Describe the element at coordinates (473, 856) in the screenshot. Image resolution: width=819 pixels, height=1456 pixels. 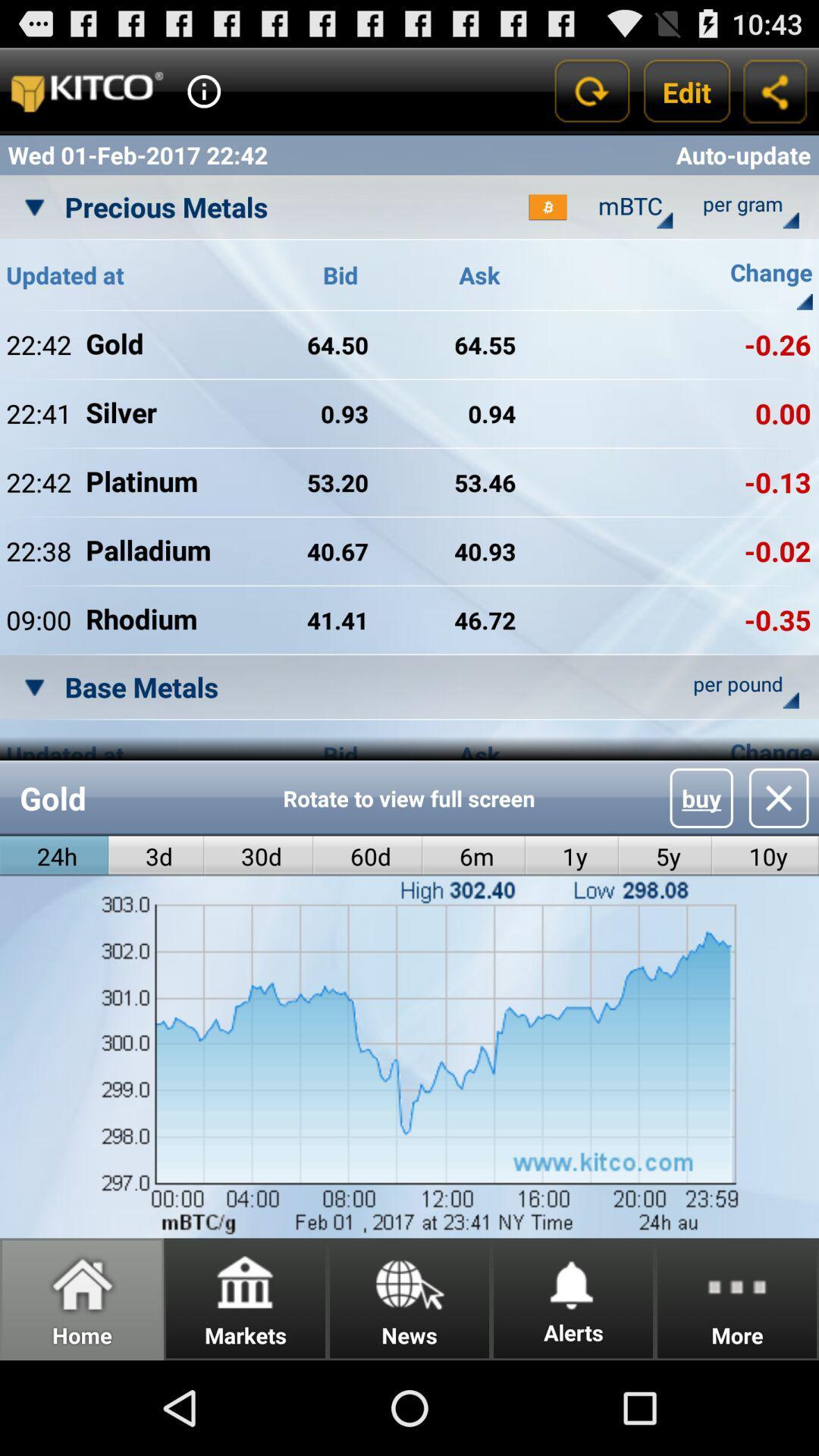
I see `the radio button to the right of 60d radio button` at that location.